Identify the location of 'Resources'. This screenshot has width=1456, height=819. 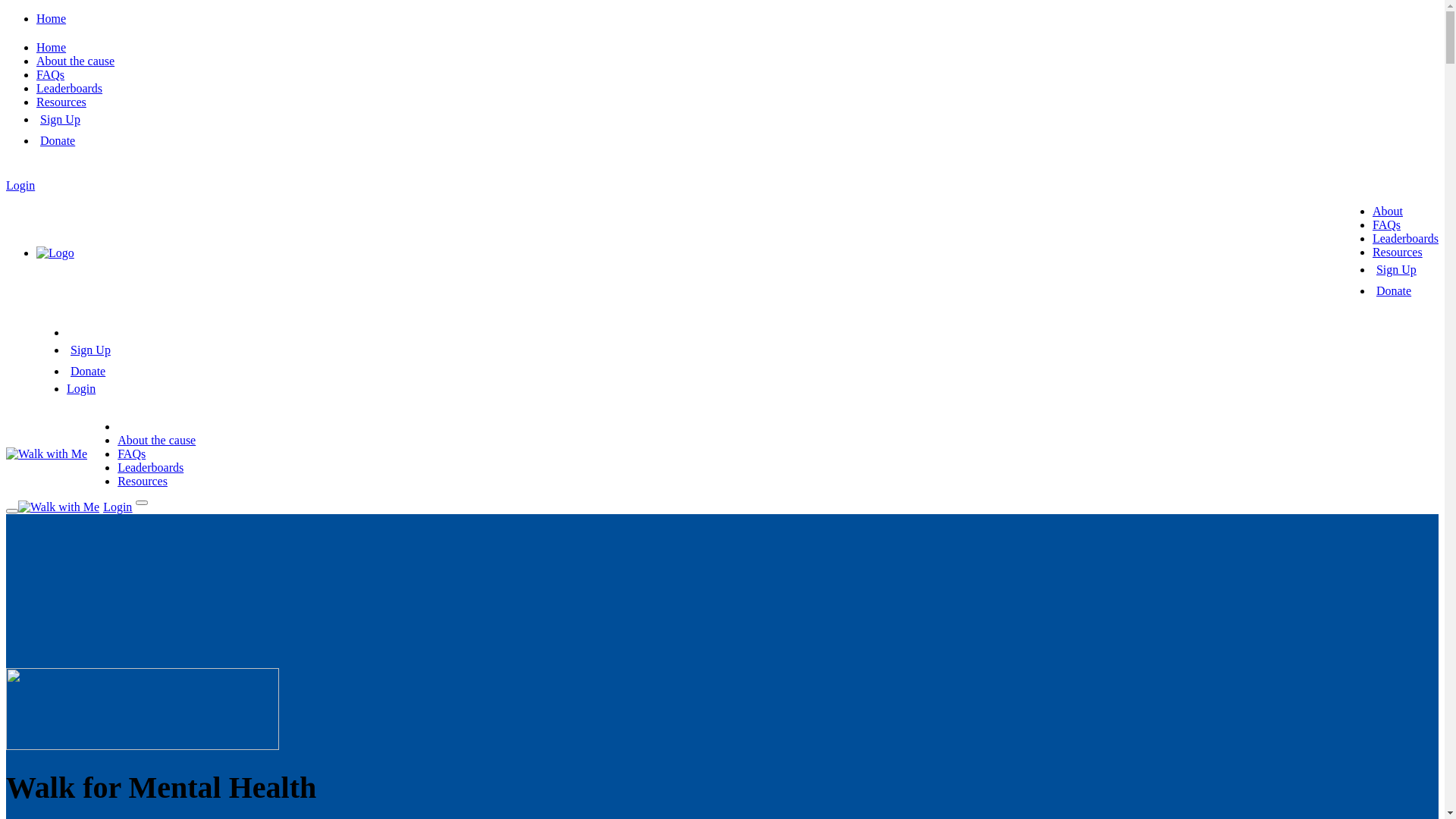
(61, 102).